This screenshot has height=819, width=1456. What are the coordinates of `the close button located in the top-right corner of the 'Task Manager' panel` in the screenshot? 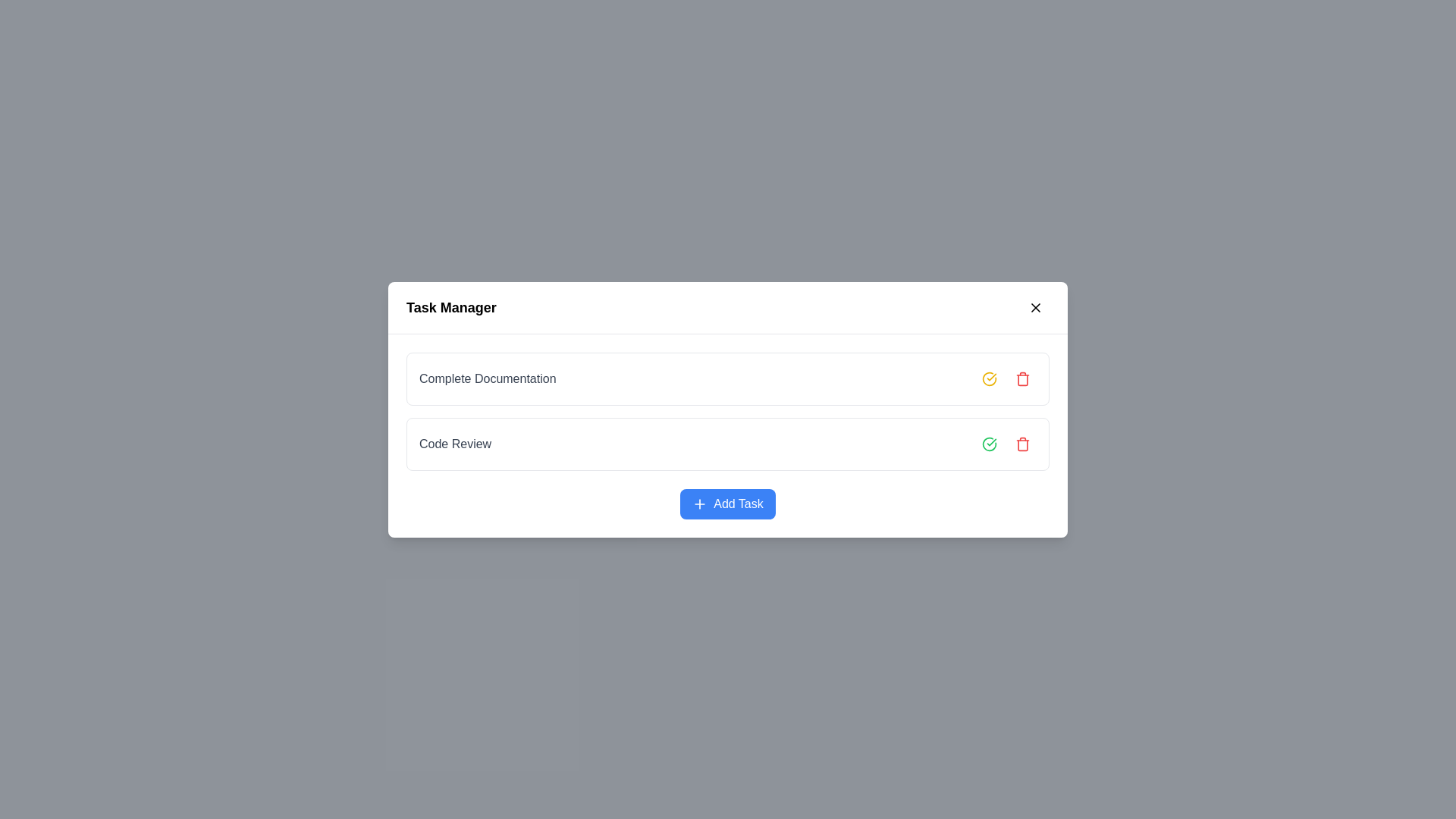 It's located at (1035, 307).